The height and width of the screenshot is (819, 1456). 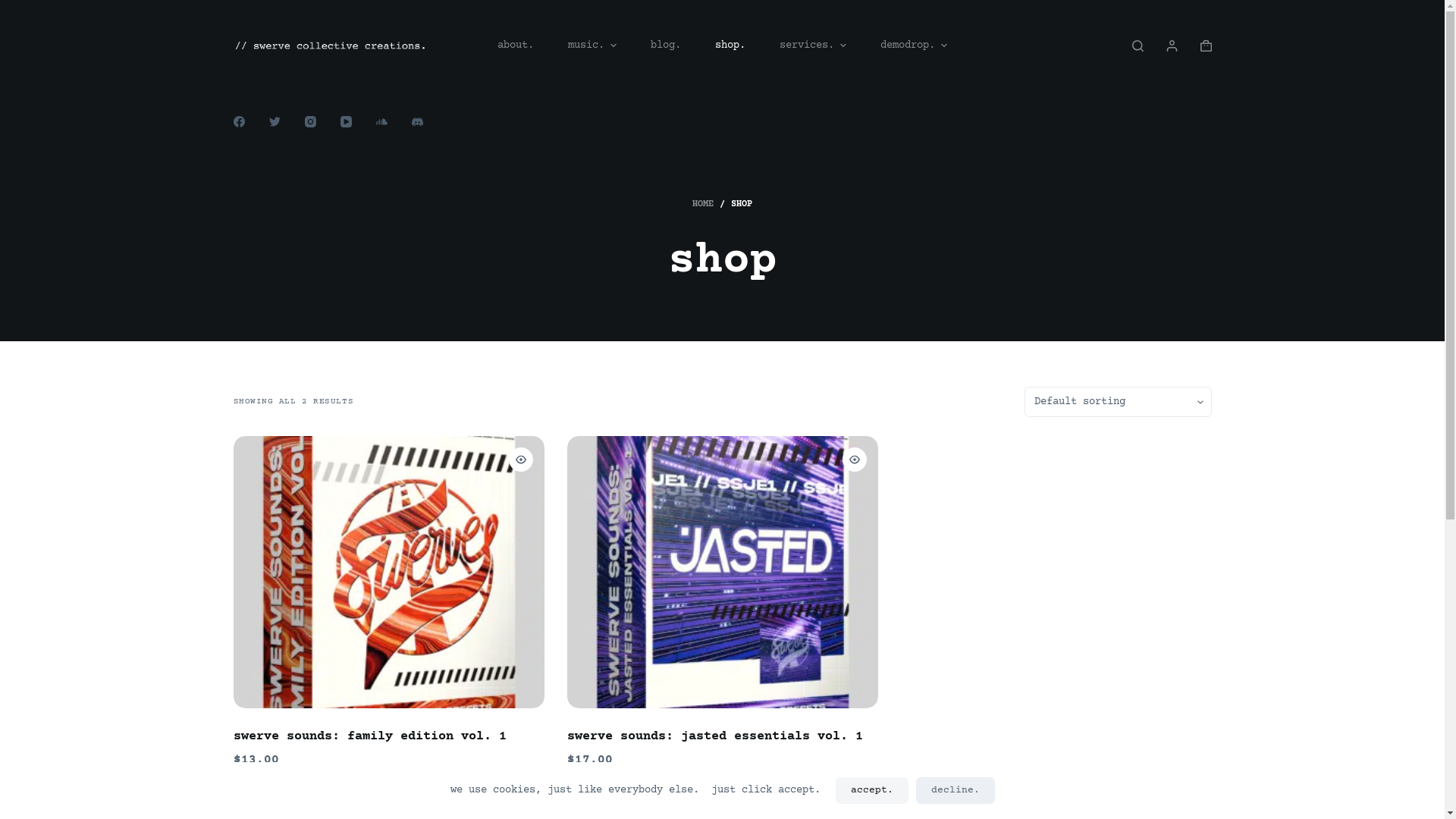 What do you see at coordinates (516, 45) in the screenshot?
I see `'about.'` at bounding box center [516, 45].